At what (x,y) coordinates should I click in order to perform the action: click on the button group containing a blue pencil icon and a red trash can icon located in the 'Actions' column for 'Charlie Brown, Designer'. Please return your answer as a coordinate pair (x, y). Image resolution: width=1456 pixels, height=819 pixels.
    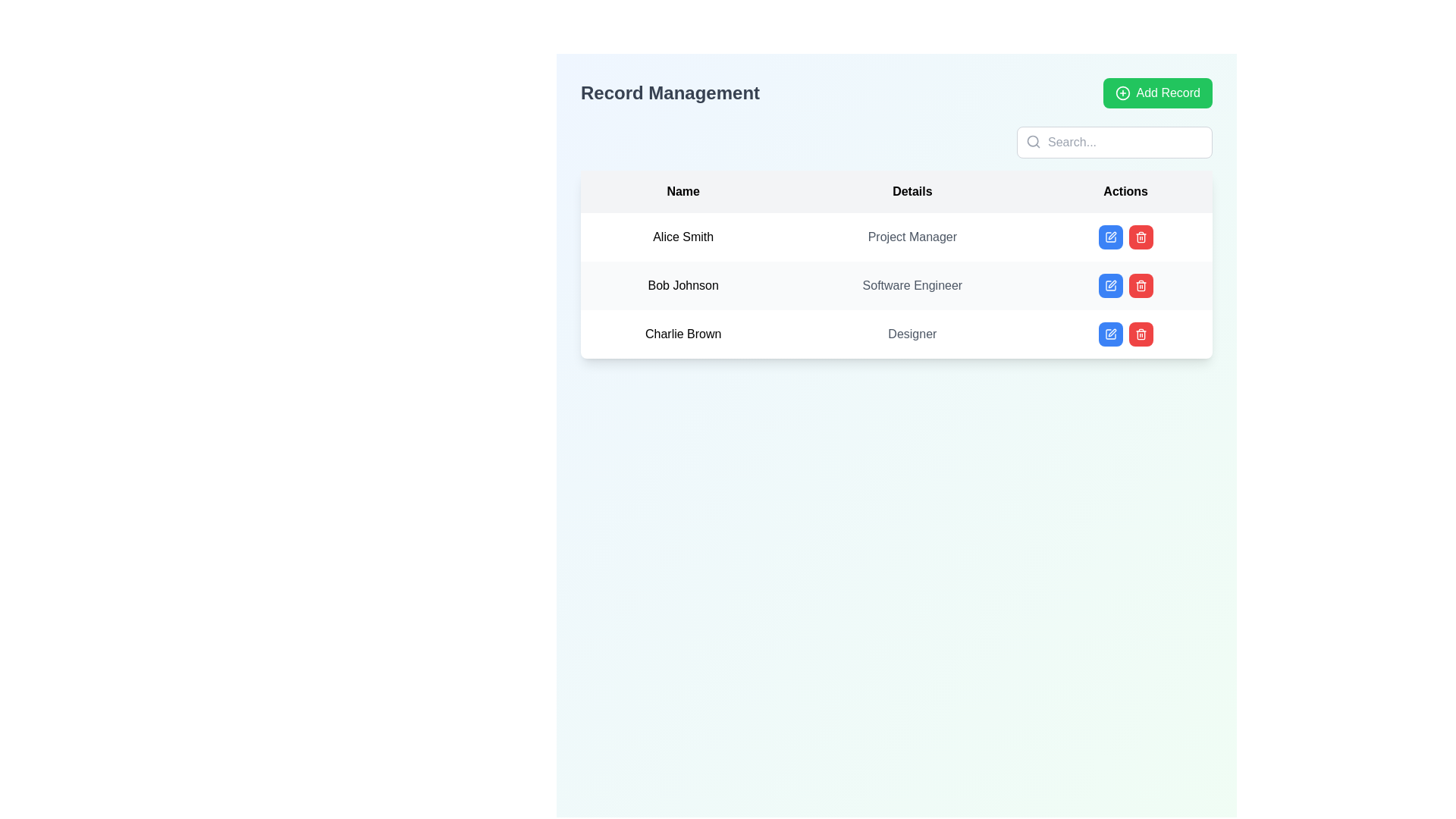
    Looking at the image, I should click on (1125, 333).